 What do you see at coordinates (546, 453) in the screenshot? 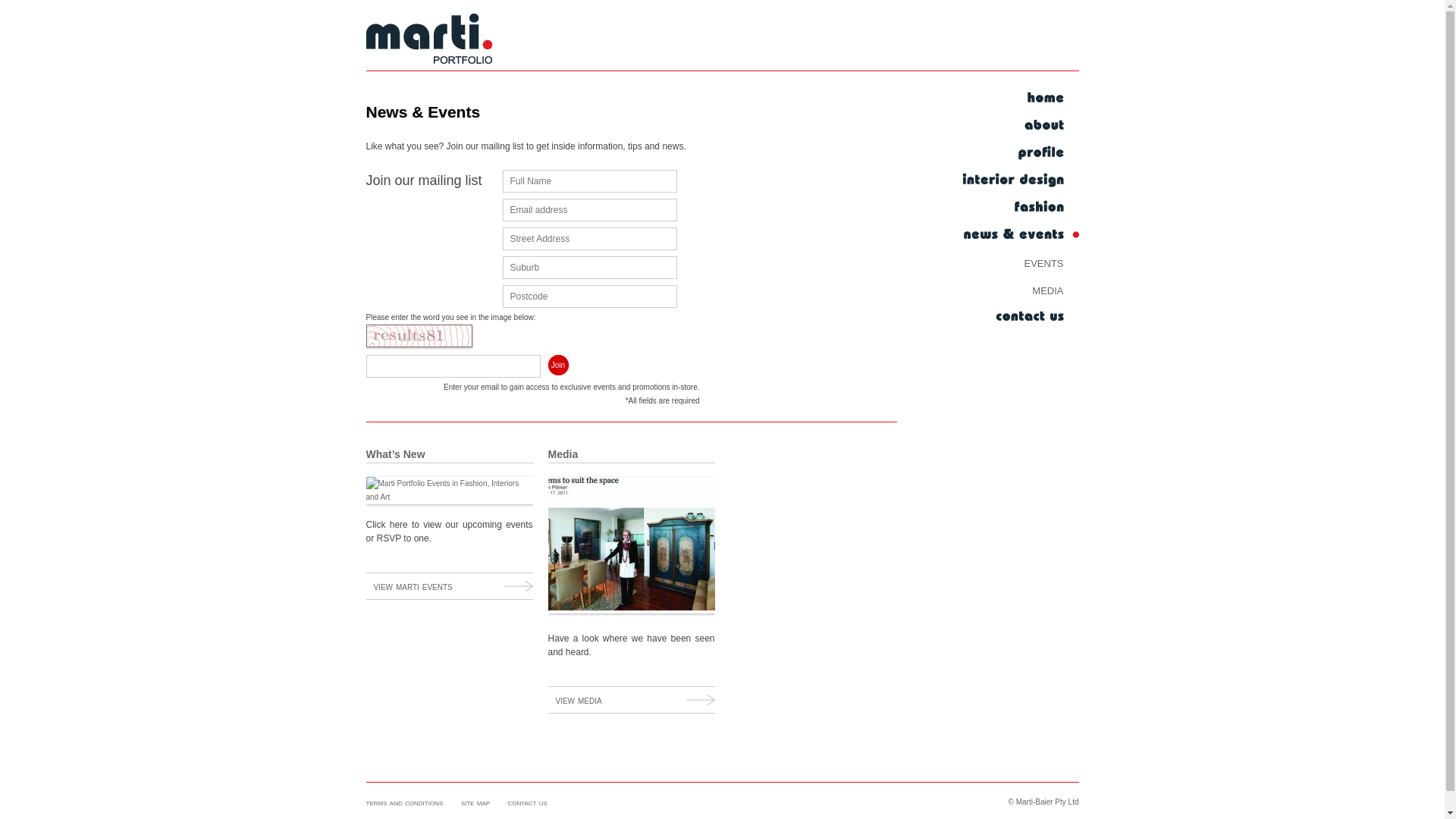
I see `'Media'` at bounding box center [546, 453].